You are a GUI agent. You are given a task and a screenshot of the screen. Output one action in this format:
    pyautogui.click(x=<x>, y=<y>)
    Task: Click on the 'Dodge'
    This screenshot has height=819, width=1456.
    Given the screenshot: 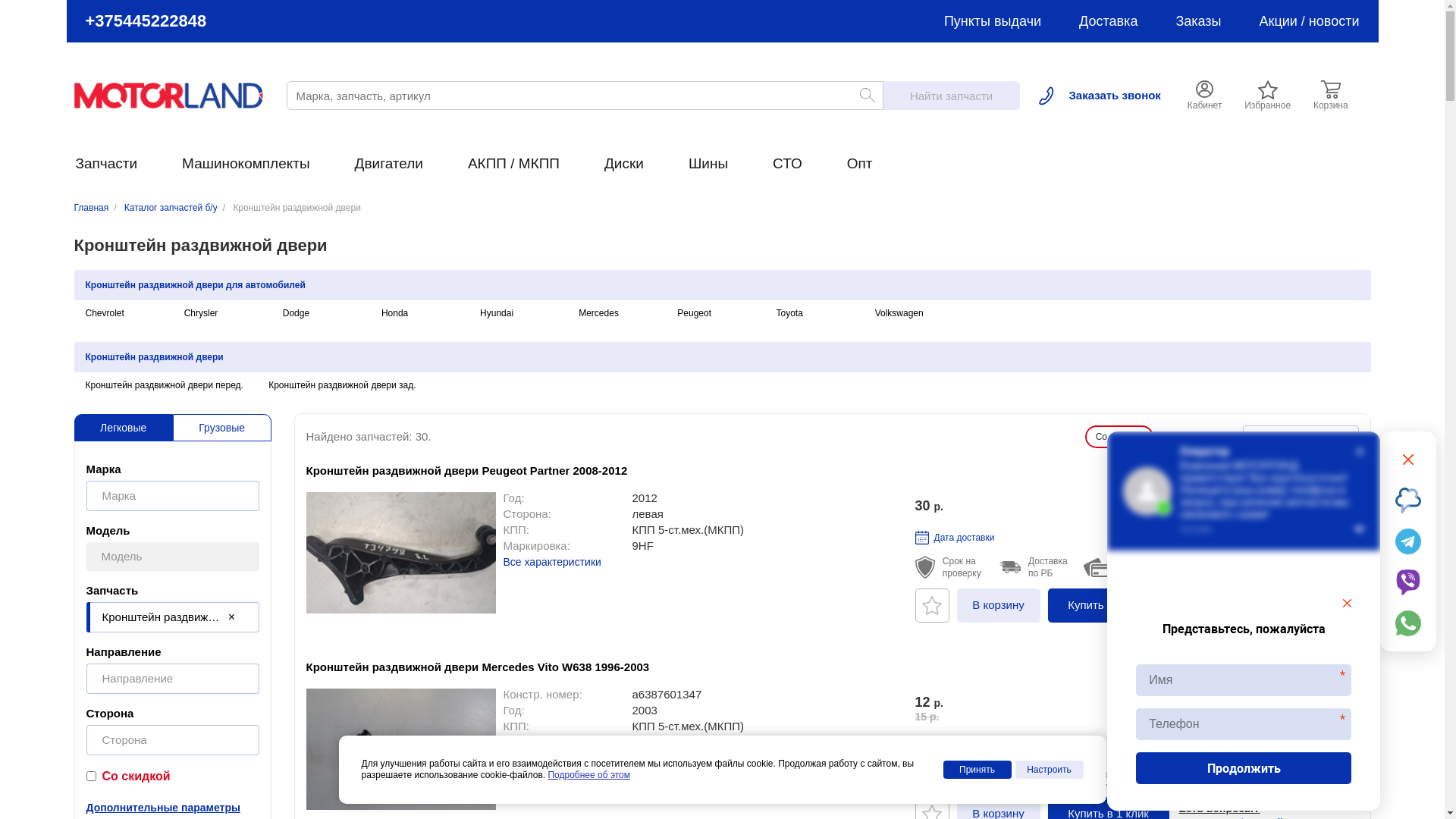 What is the action you would take?
    pyautogui.click(x=296, y=312)
    